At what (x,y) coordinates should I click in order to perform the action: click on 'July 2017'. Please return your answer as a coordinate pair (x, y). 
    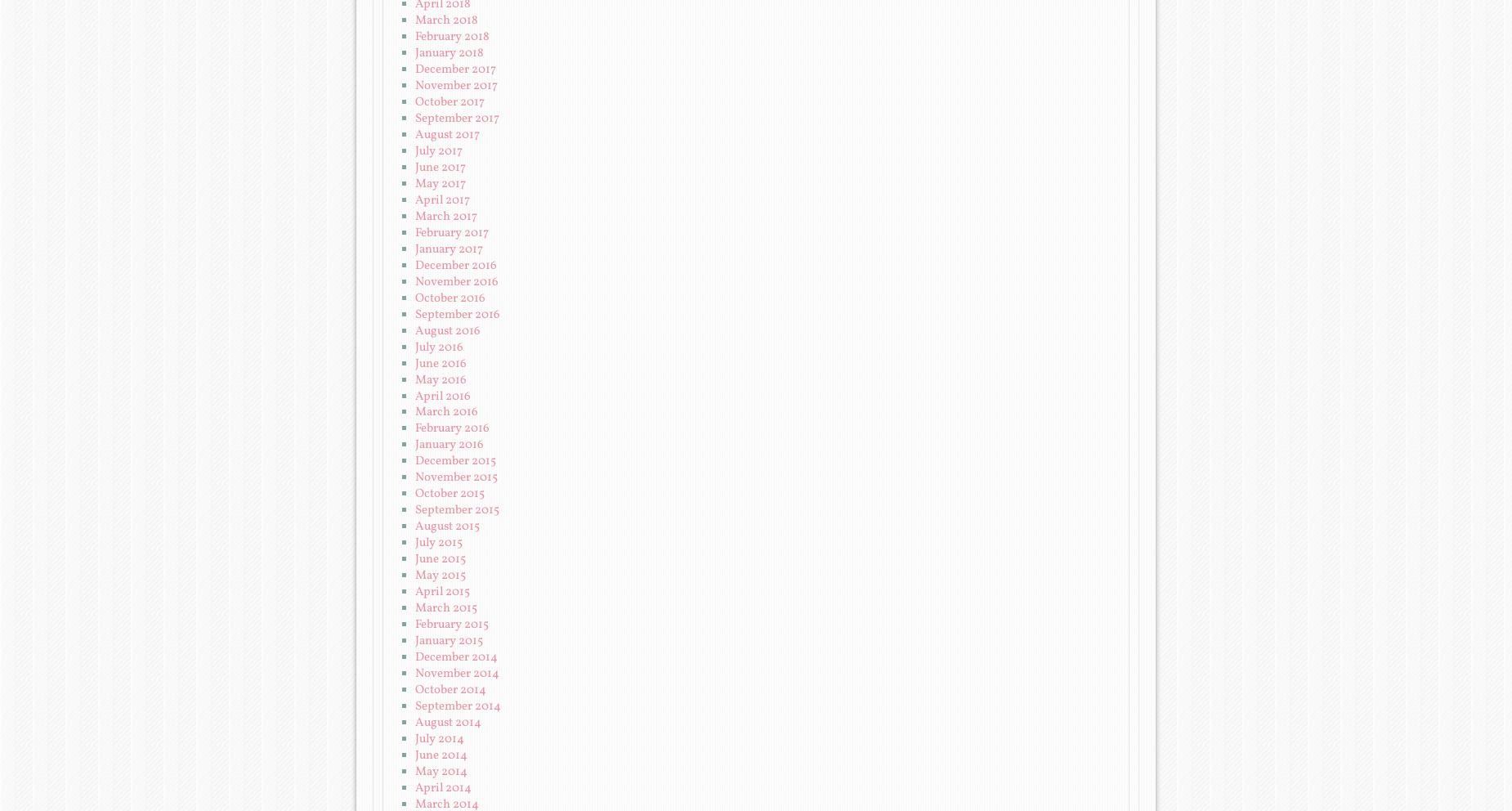
    Looking at the image, I should click on (439, 150).